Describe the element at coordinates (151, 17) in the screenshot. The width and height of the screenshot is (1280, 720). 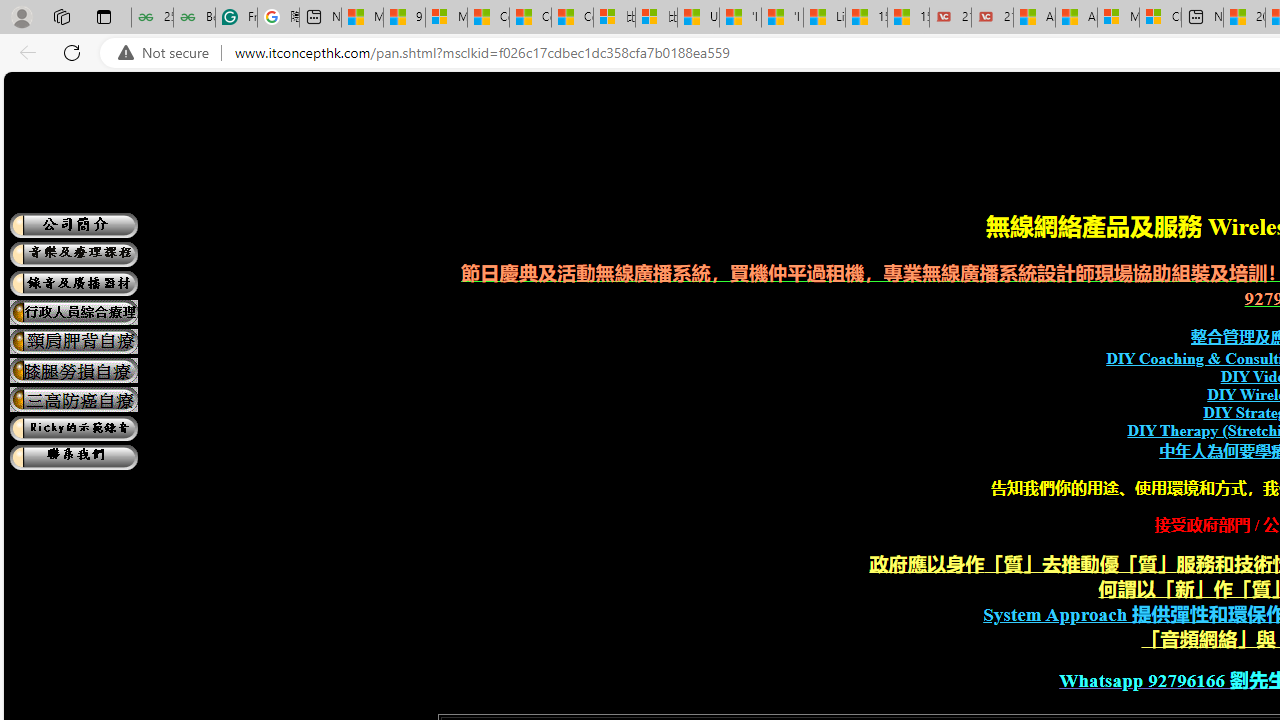
I see `'25 Basic Linux Commands For Beginners - GeeksforGeeks'` at that location.